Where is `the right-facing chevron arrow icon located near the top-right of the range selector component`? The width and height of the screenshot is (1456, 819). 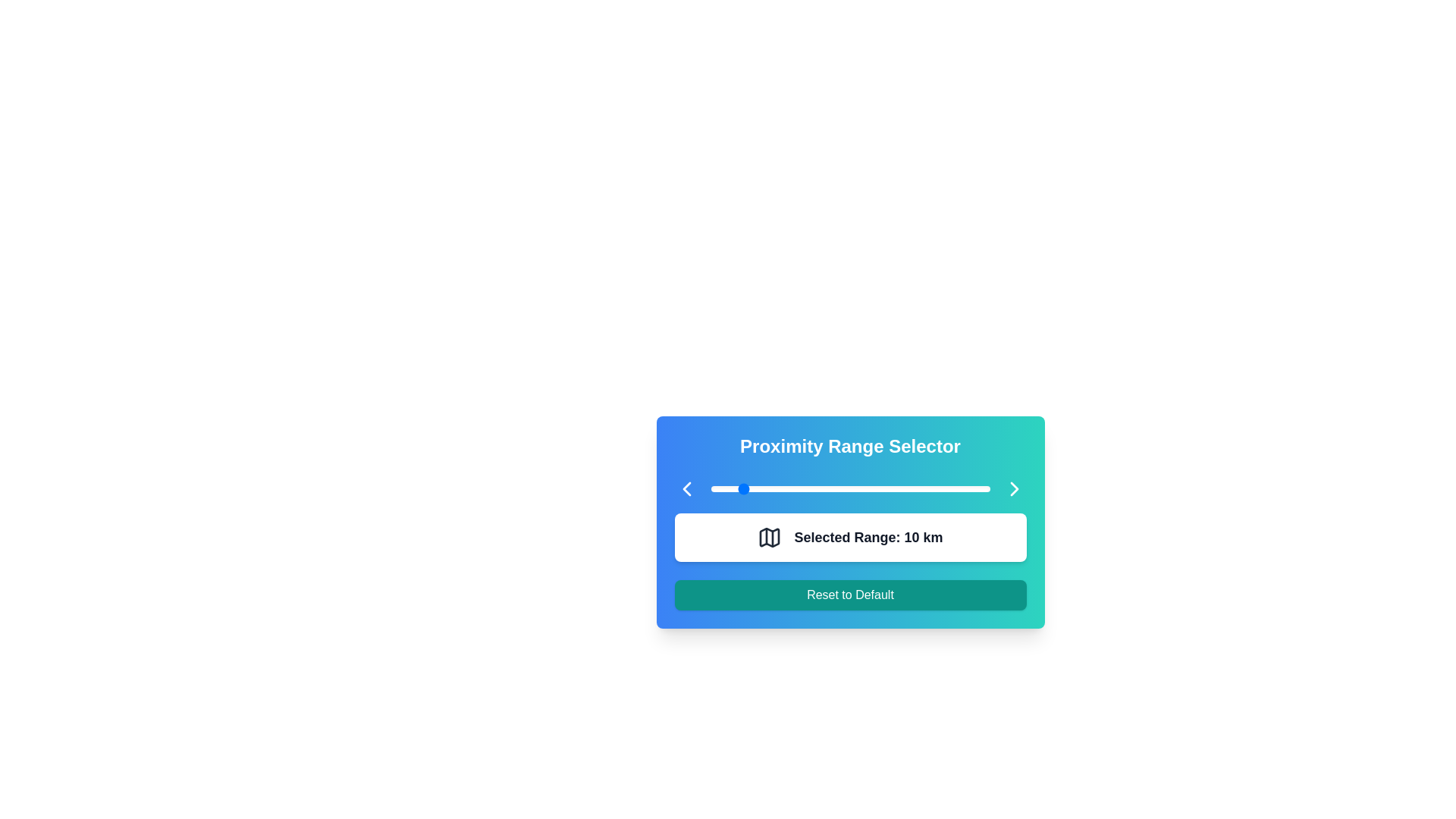 the right-facing chevron arrow icon located near the top-right of the range selector component is located at coordinates (1014, 488).